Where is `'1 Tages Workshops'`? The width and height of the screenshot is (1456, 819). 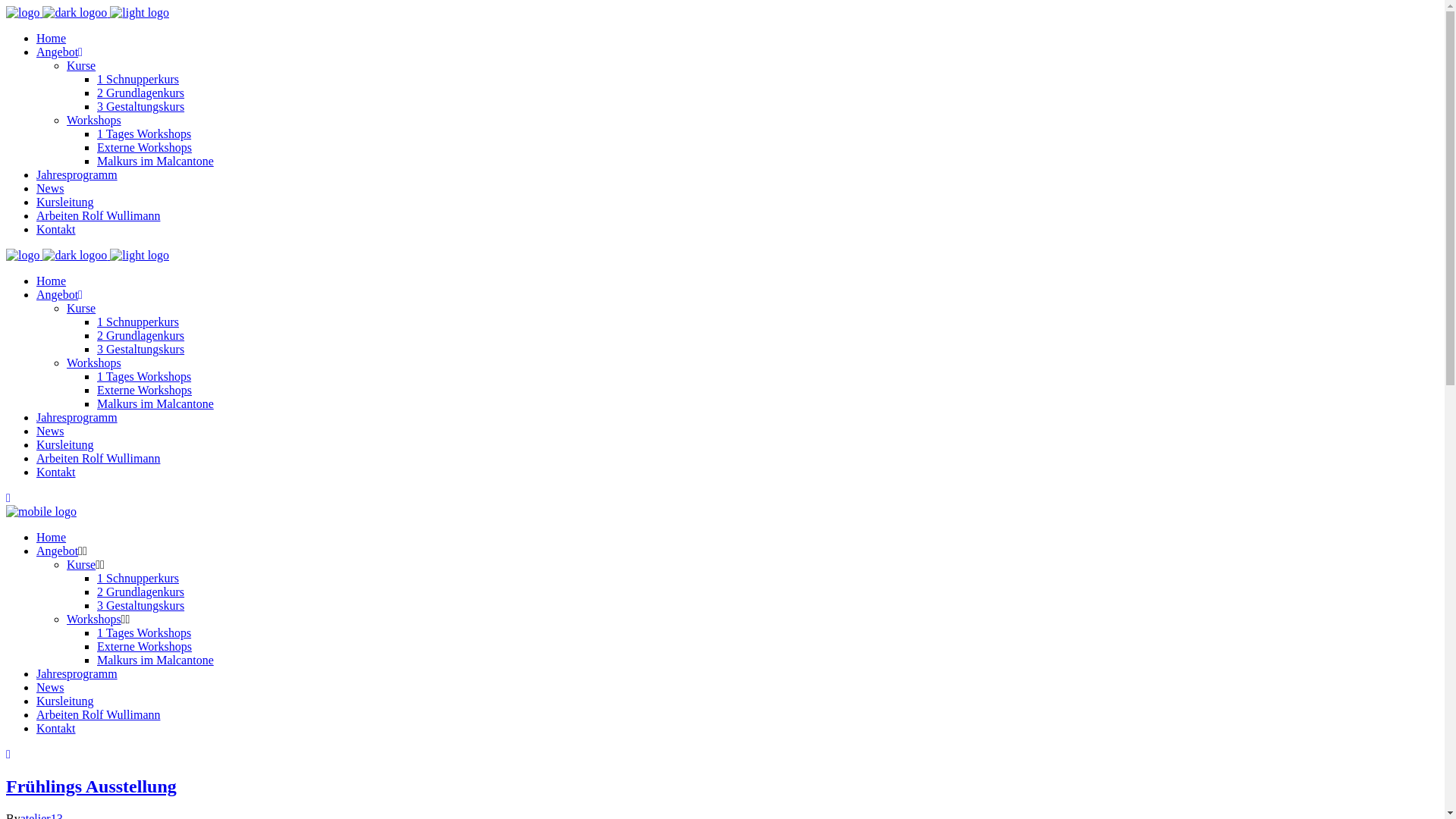 '1 Tages Workshops' is located at coordinates (144, 133).